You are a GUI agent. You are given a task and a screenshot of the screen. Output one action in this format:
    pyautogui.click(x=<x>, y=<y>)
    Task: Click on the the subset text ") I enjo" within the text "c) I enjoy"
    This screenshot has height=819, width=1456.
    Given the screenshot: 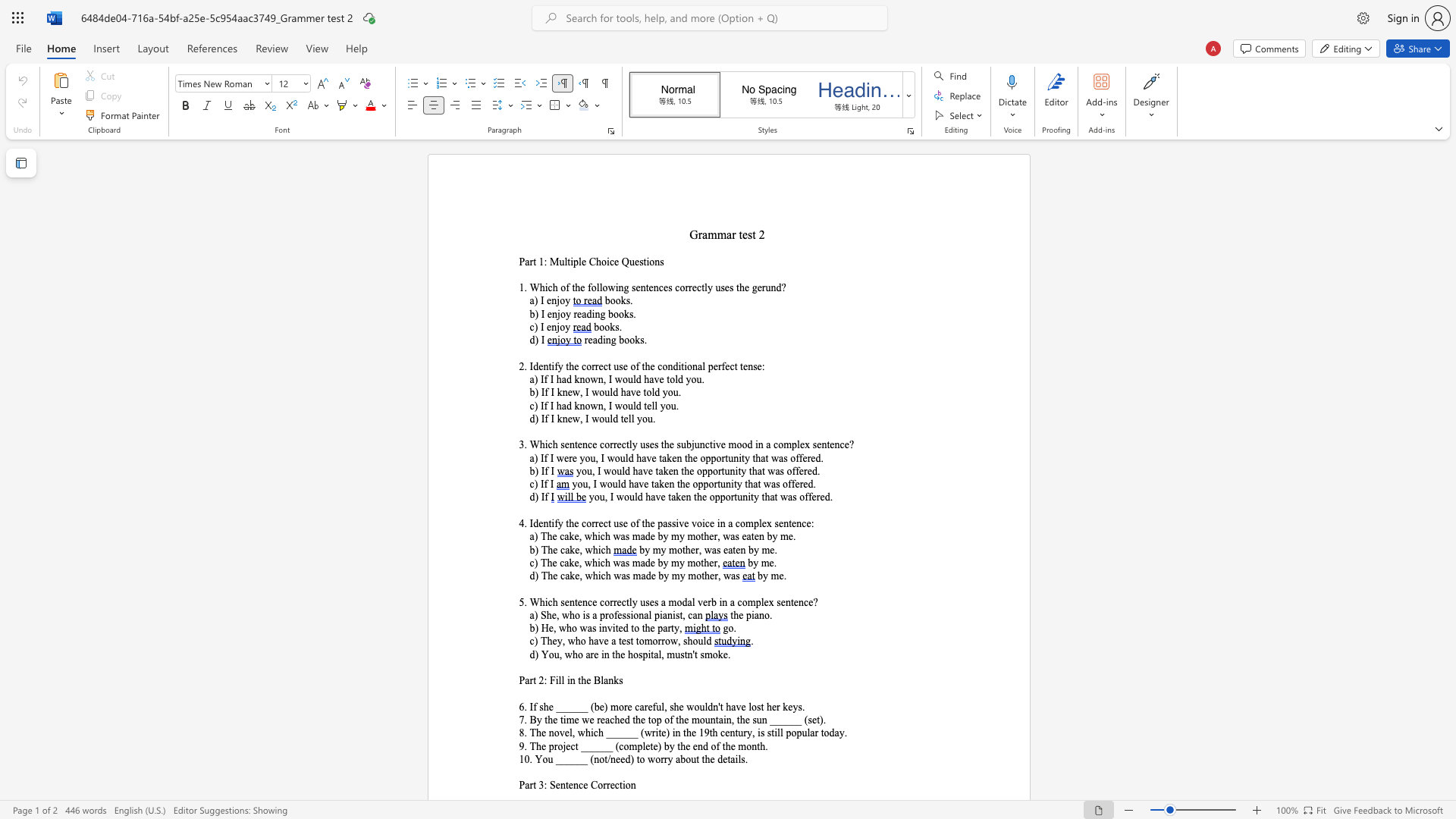 What is the action you would take?
    pyautogui.click(x=534, y=326)
    